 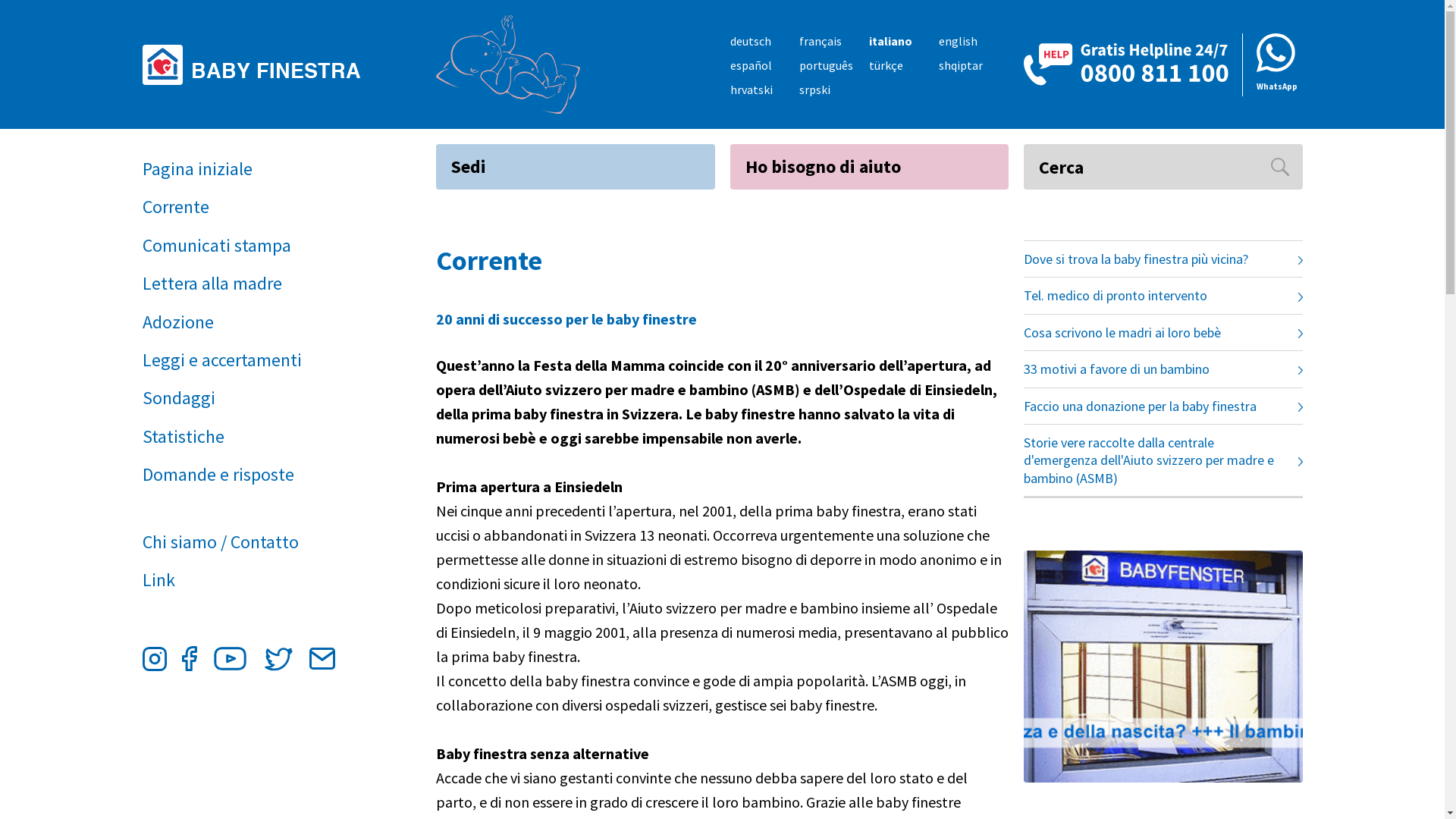 I want to click on '33 motivi a favore di un bambino', so click(x=1163, y=369).